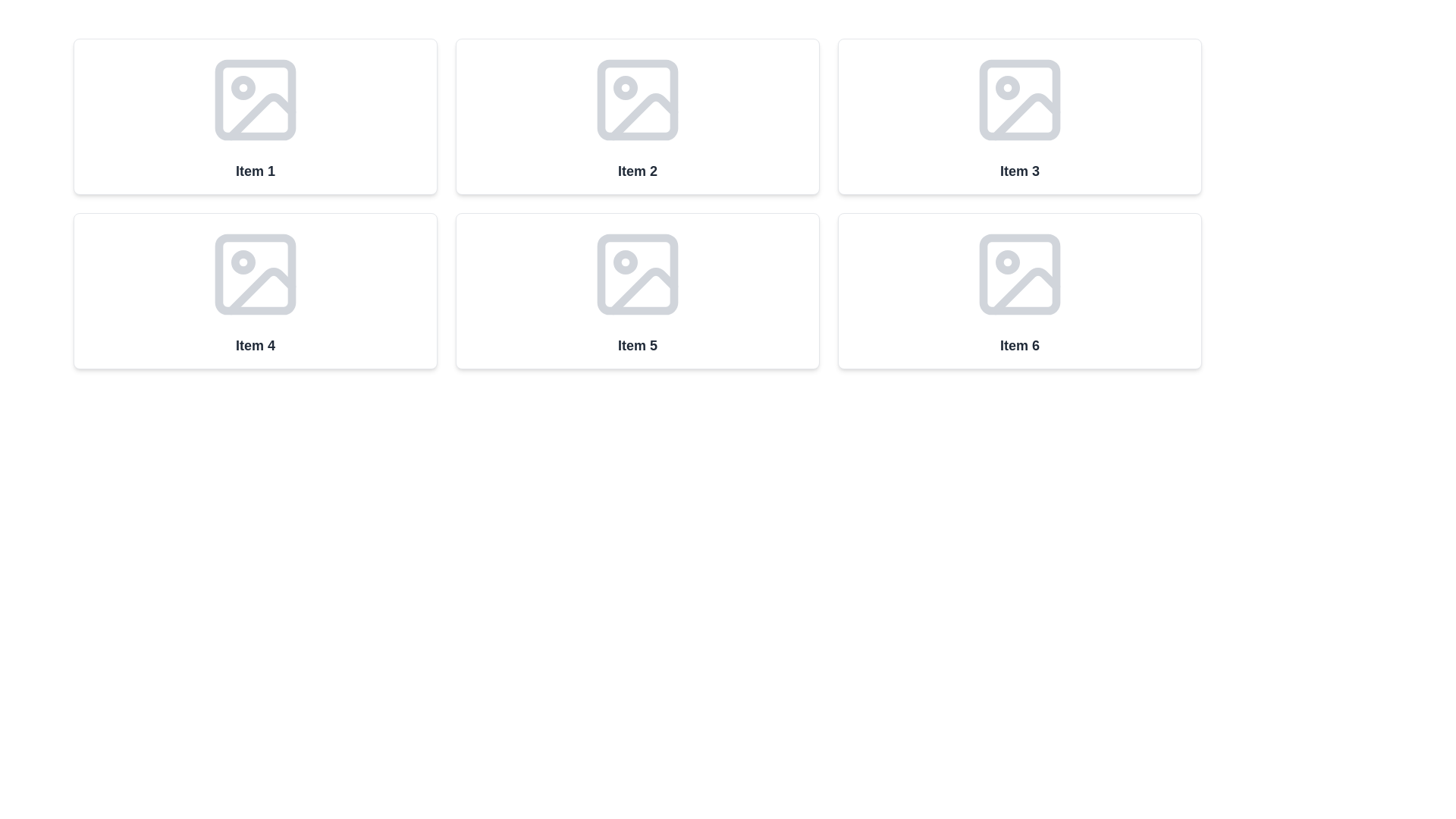 Image resolution: width=1456 pixels, height=819 pixels. Describe the element at coordinates (1019, 116) in the screenshot. I see `the card` at that location.